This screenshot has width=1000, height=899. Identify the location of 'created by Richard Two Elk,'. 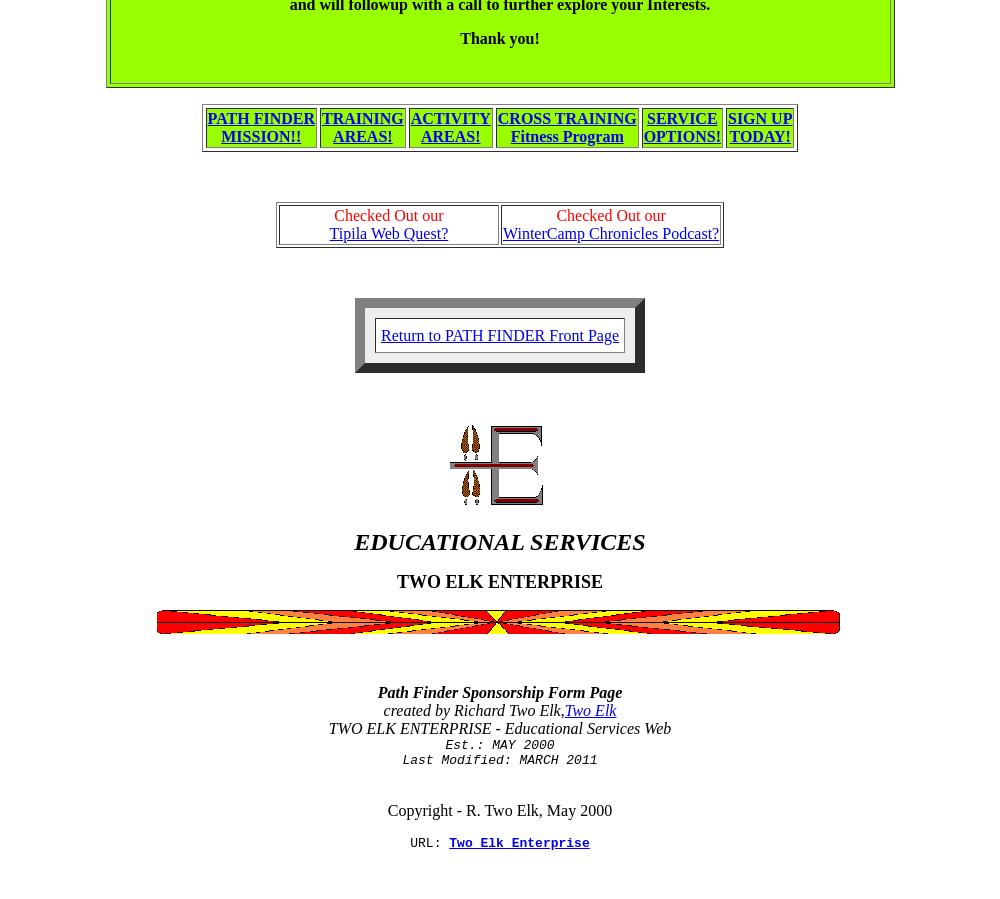
(472, 709).